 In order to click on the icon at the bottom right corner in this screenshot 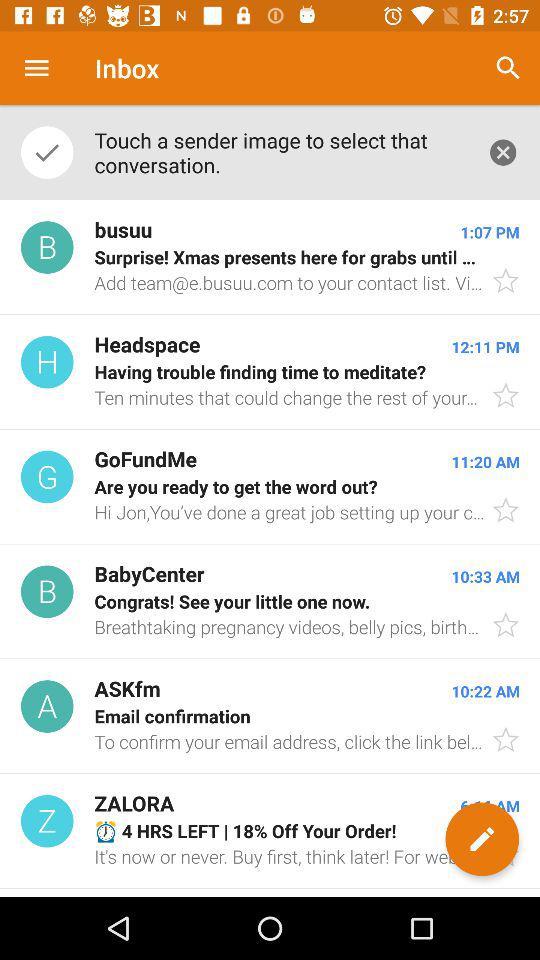, I will do `click(481, 839)`.